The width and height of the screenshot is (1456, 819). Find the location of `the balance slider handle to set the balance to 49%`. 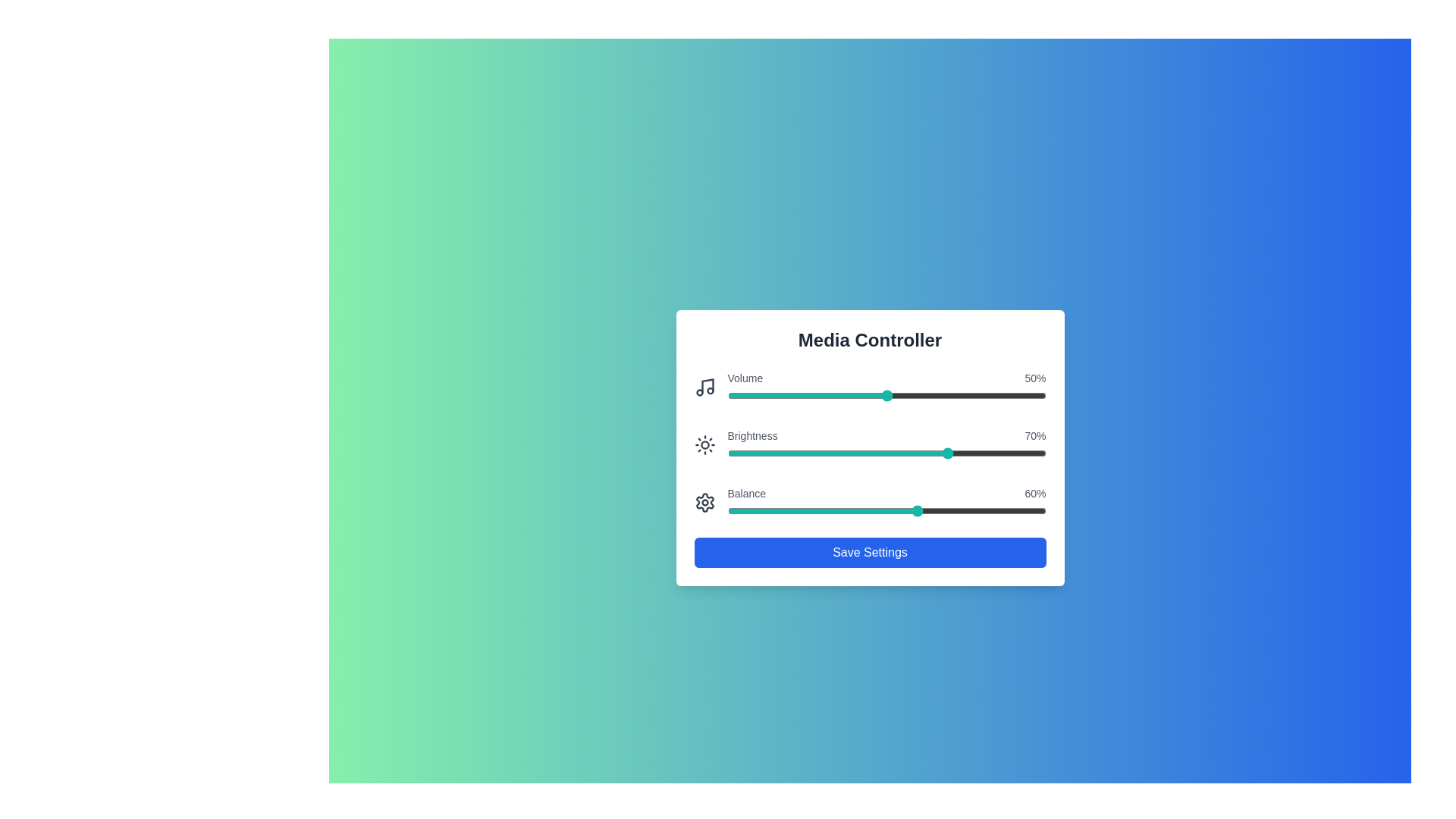

the balance slider handle to set the balance to 49% is located at coordinates (883, 511).